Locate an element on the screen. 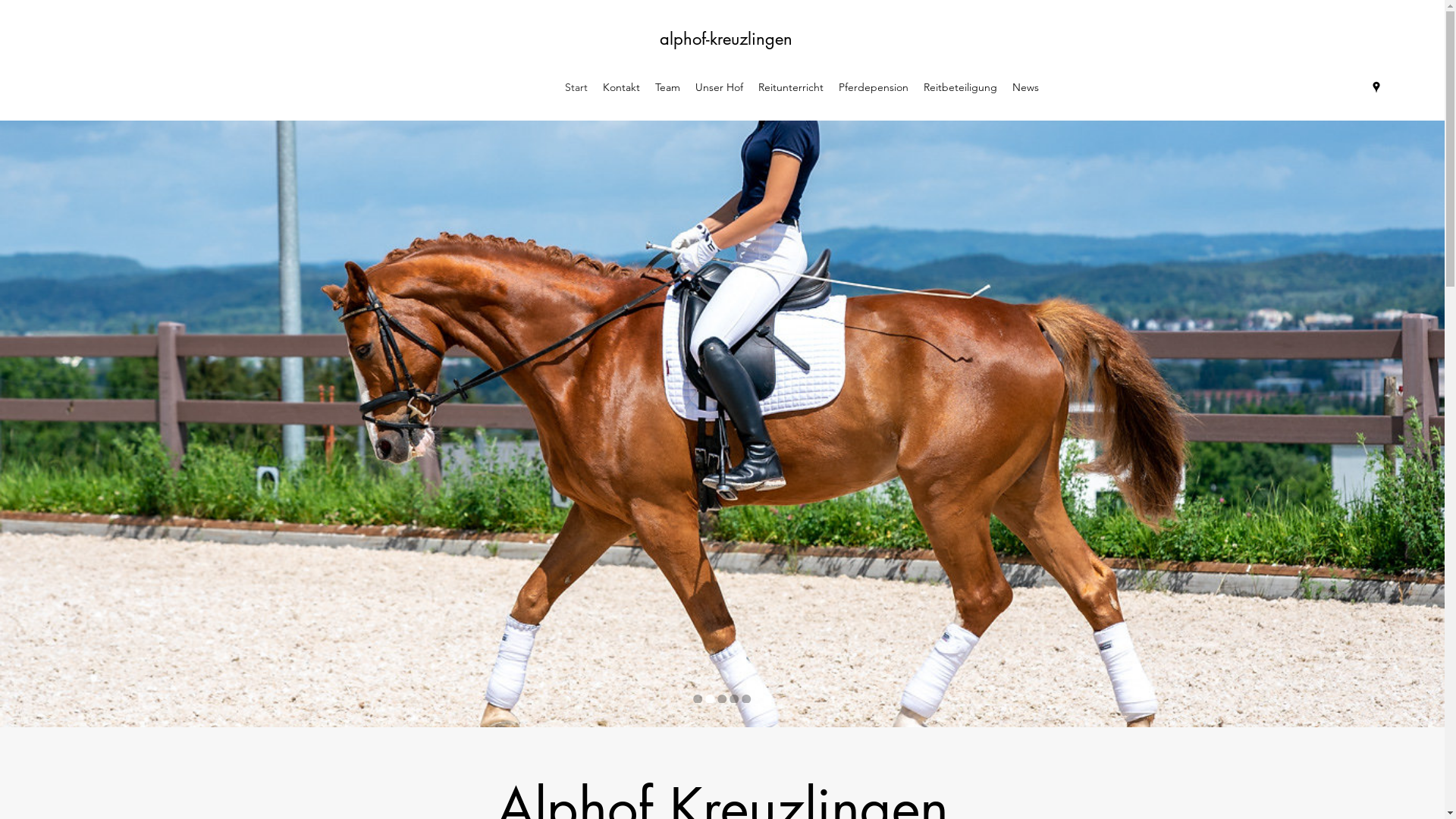  'Unser Hof' is located at coordinates (687, 87).